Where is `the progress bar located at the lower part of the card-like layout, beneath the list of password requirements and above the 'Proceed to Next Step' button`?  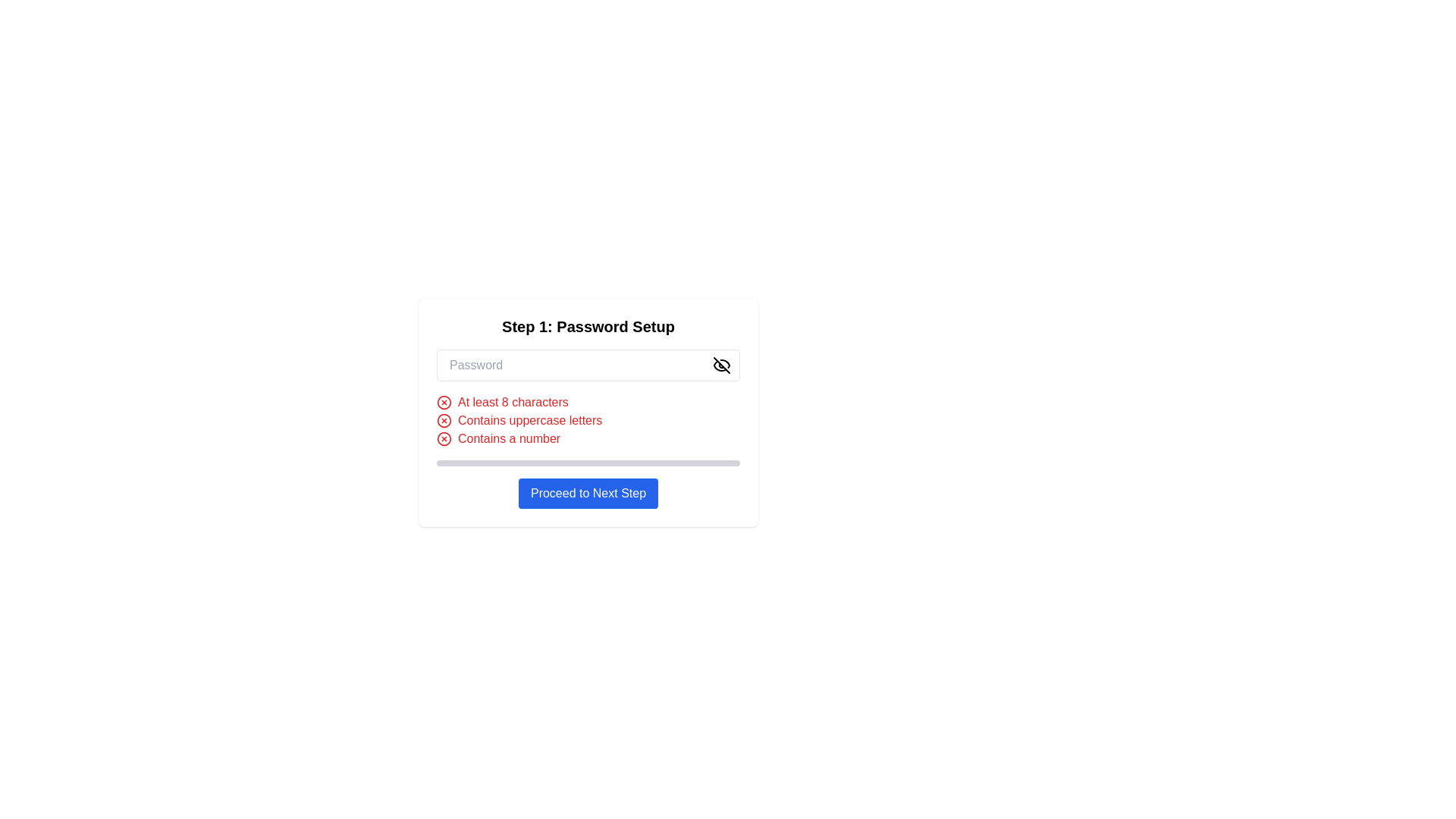 the progress bar located at the lower part of the card-like layout, beneath the list of password requirements and above the 'Proceed to Next Step' button is located at coordinates (588, 462).